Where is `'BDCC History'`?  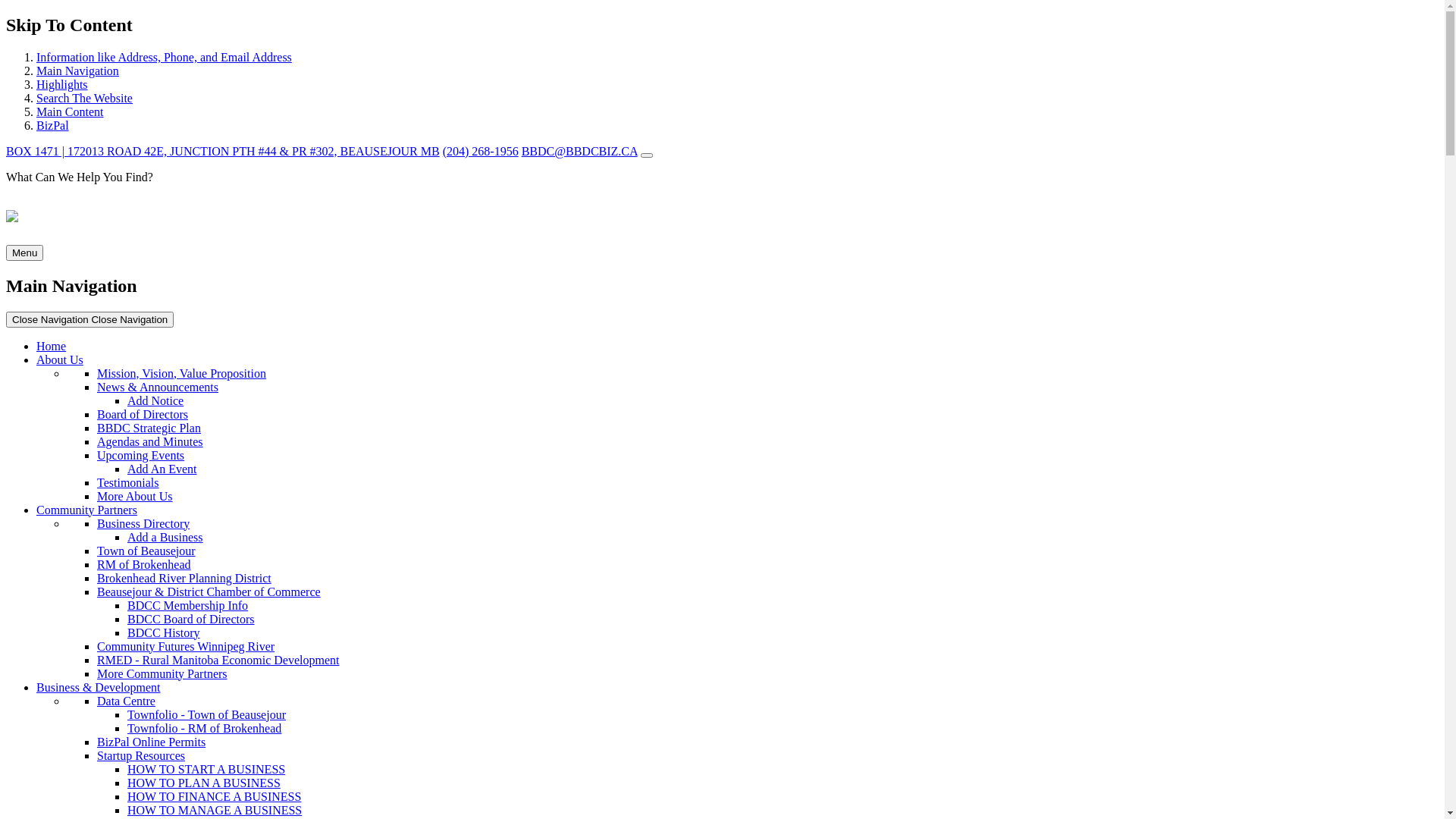
'BDCC History' is located at coordinates (164, 632).